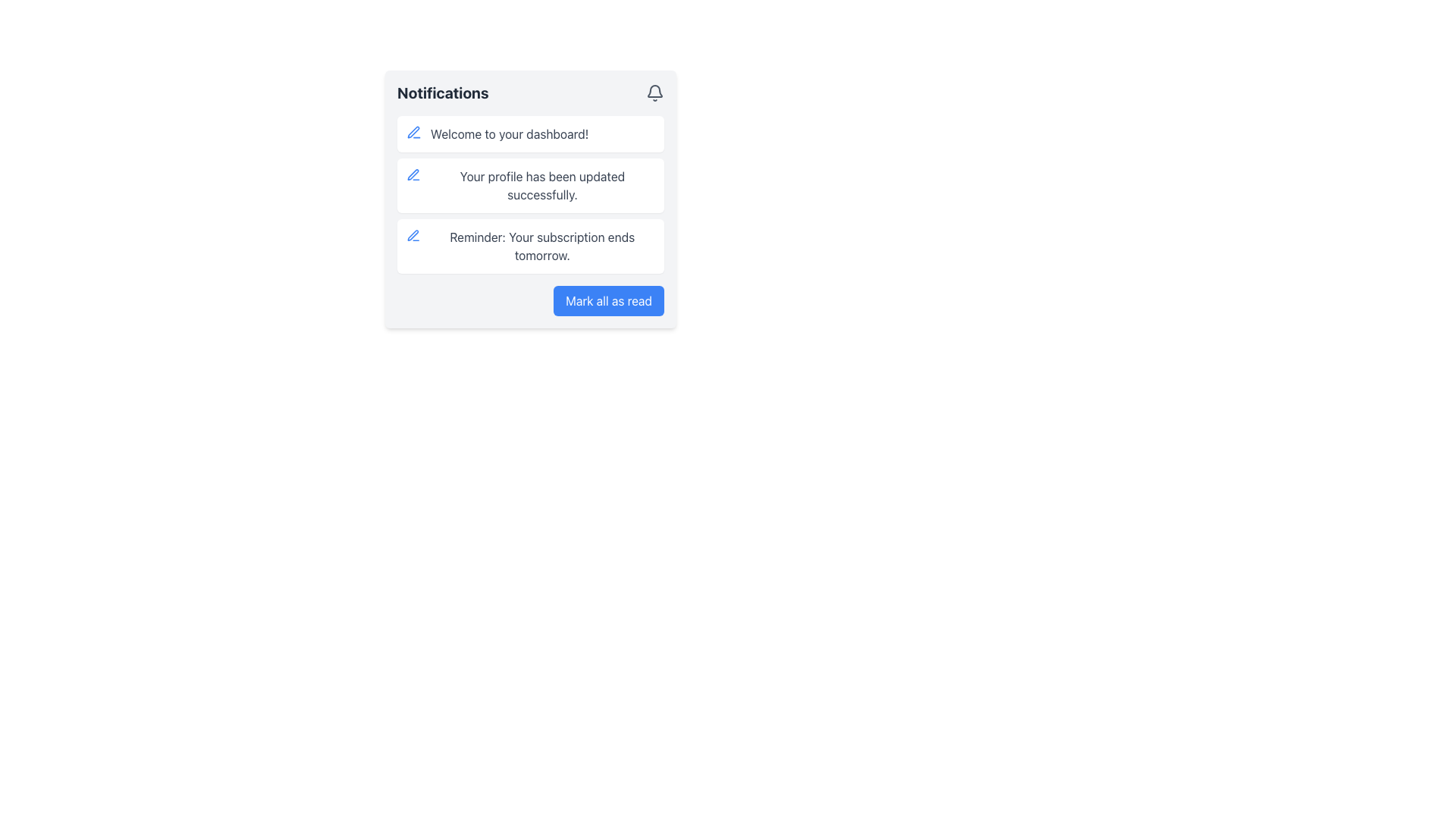 The image size is (1456, 819). What do you see at coordinates (413, 174) in the screenshot?
I see `the update notification icon that is located to the left of the text 'Your profile has been updated successfully.' It is the second item in the vertically stacked list of notifications` at bounding box center [413, 174].